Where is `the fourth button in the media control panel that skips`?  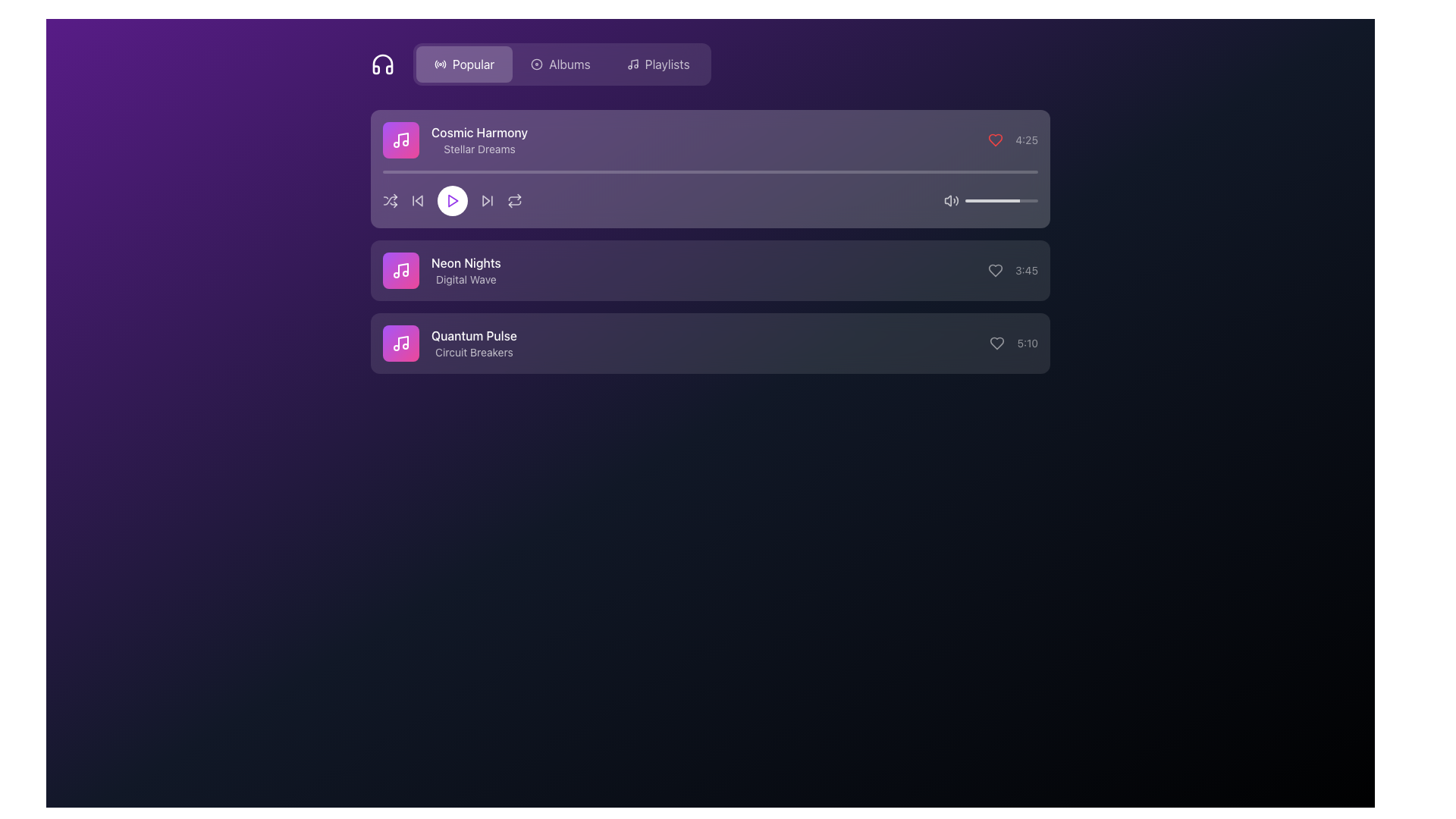
the fourth button in the media control panel that skips is located at coordinates (488, 200).